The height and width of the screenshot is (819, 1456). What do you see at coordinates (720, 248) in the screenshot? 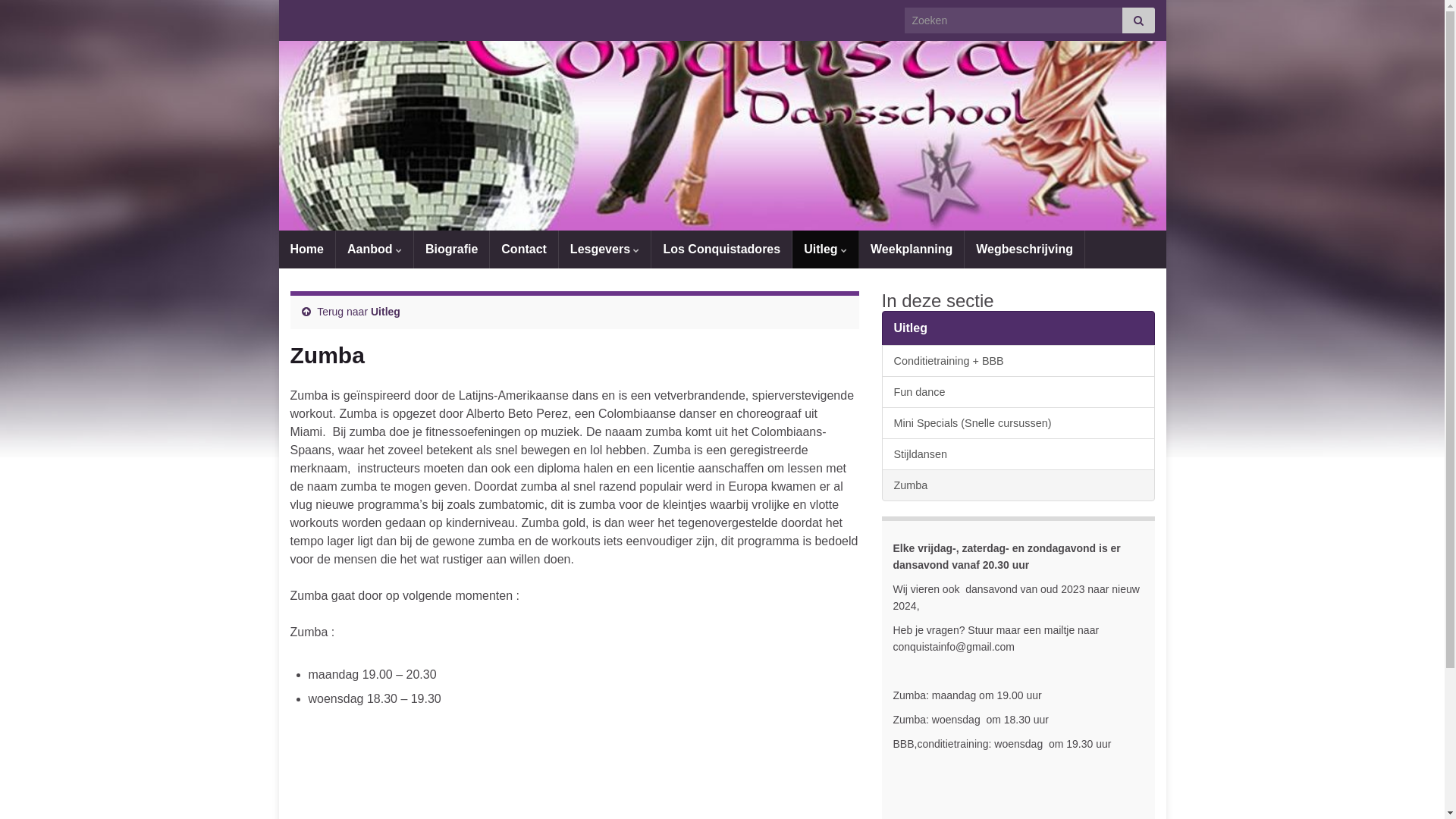
I see `'Los Conquistadores'` at bounding box center [720, 248].